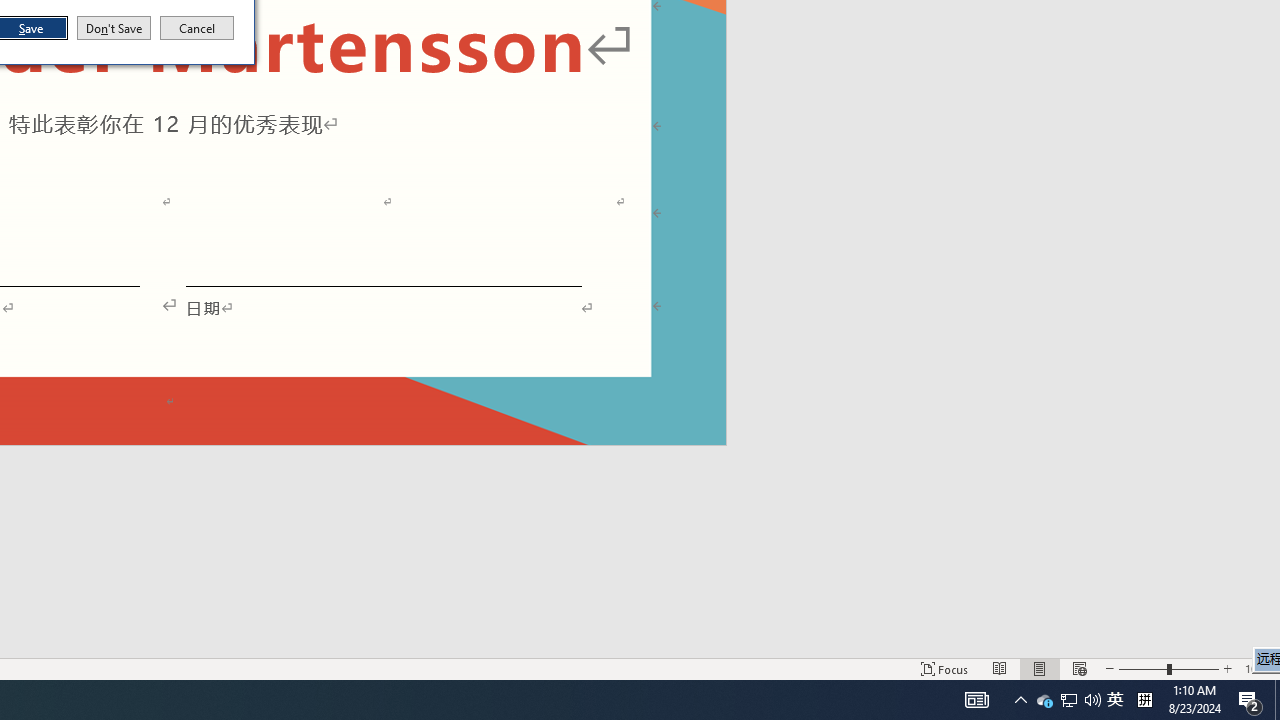 The width and height of the screenshot is (1280, 720). I want to click on 'Don', so click(112, 28).